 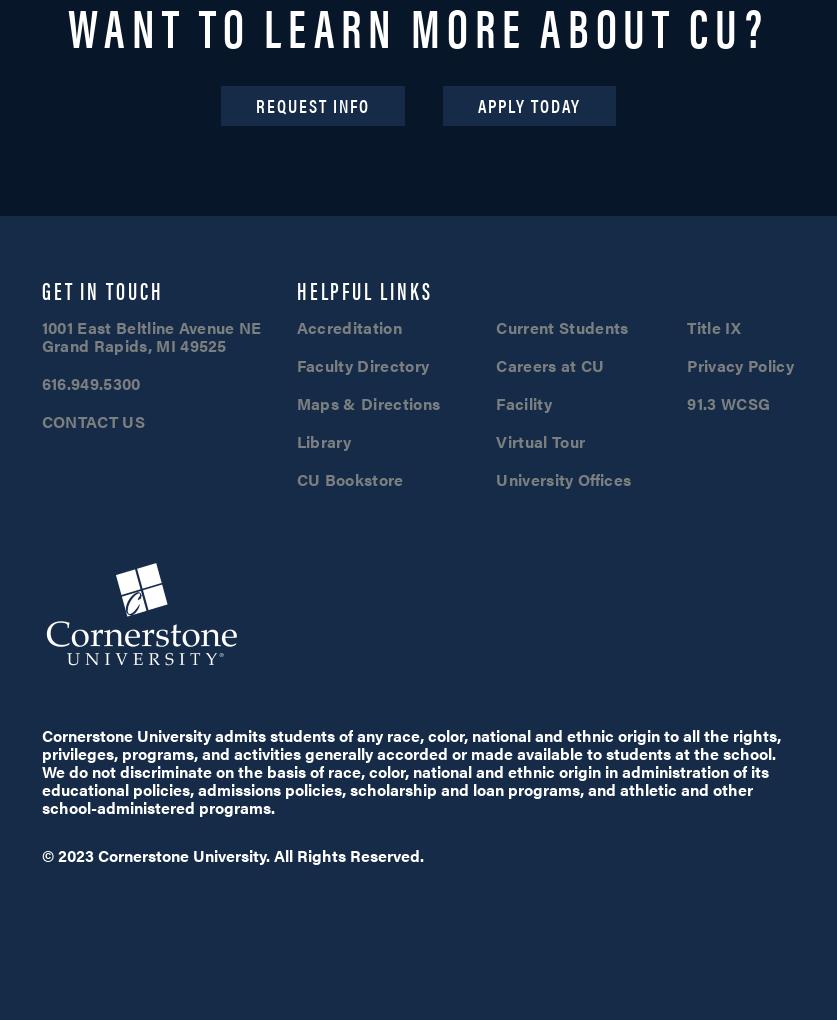 I want to click on 'Request Info', so click(x=313, y=104).